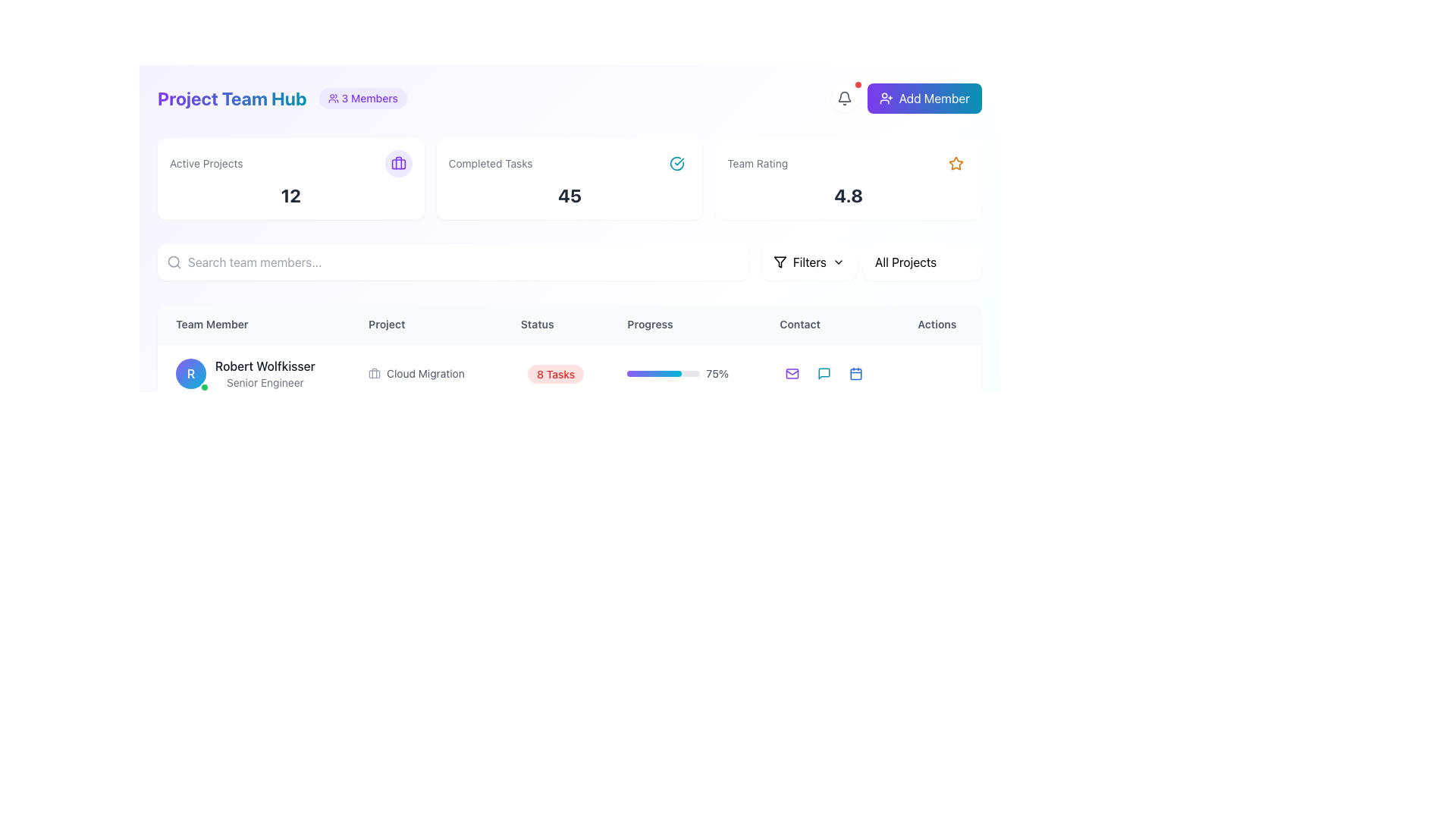 This screenshot has height=819, width=1456. I want to click on the horizontal progress bar filled to 90% with a gradient from violet to cyan, located in the 'Progress' column of a project management interface, so click(664, 488).